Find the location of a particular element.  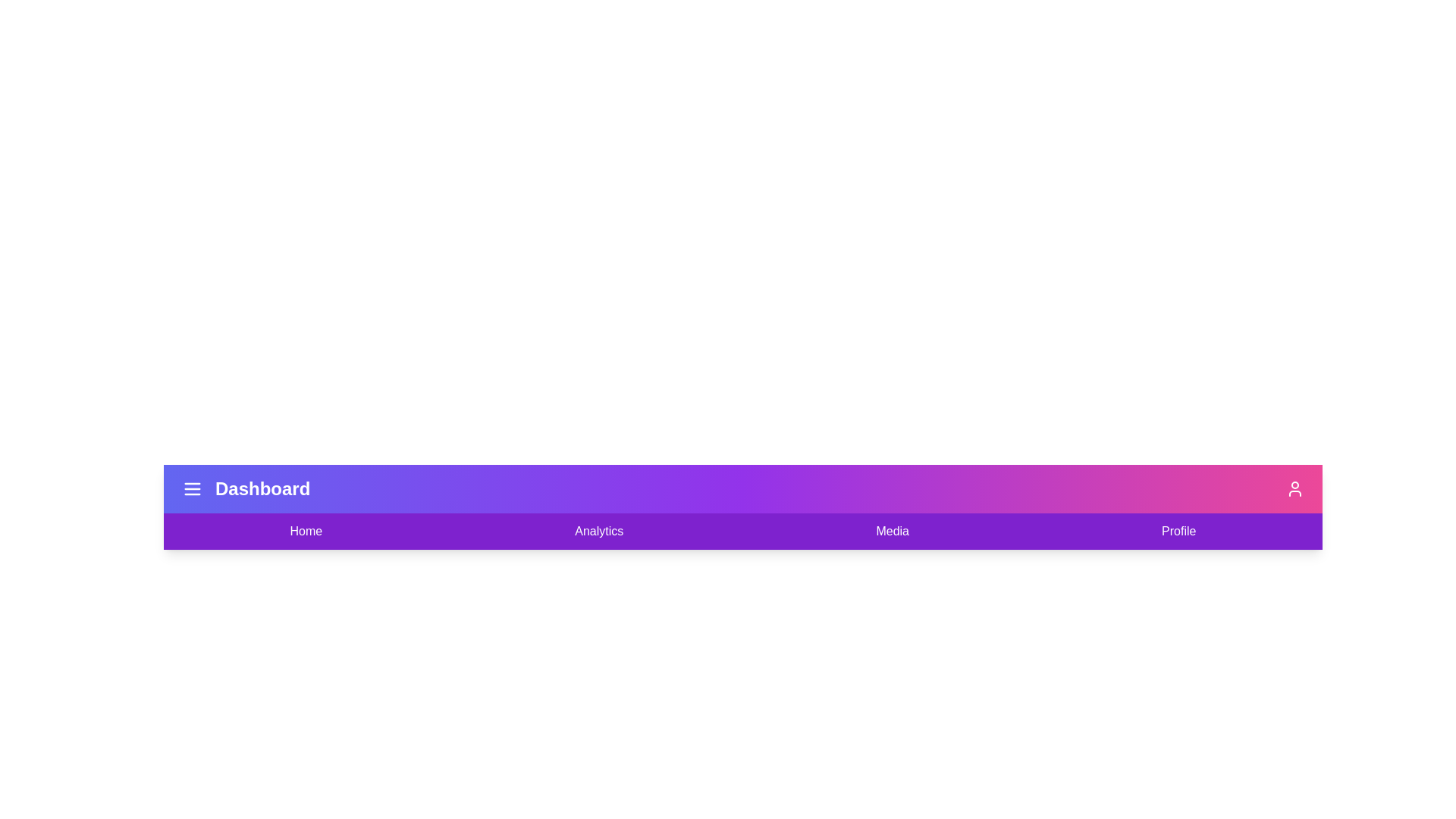

the navigation link labeled Home is located at coordinates (305, 531).